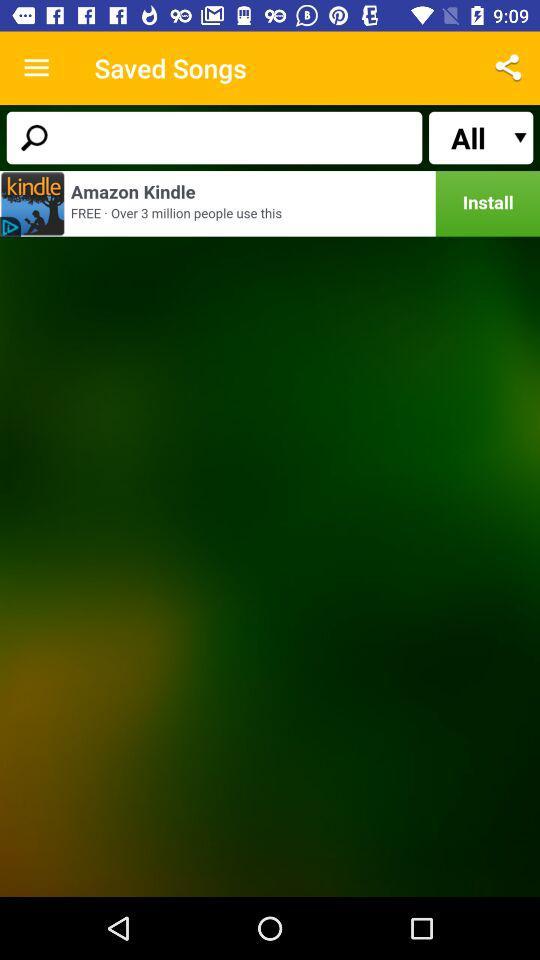 The image size is (540, 960). Describe the element at coordinates (213, 136) in the screenshot. I see `search option` at that location.